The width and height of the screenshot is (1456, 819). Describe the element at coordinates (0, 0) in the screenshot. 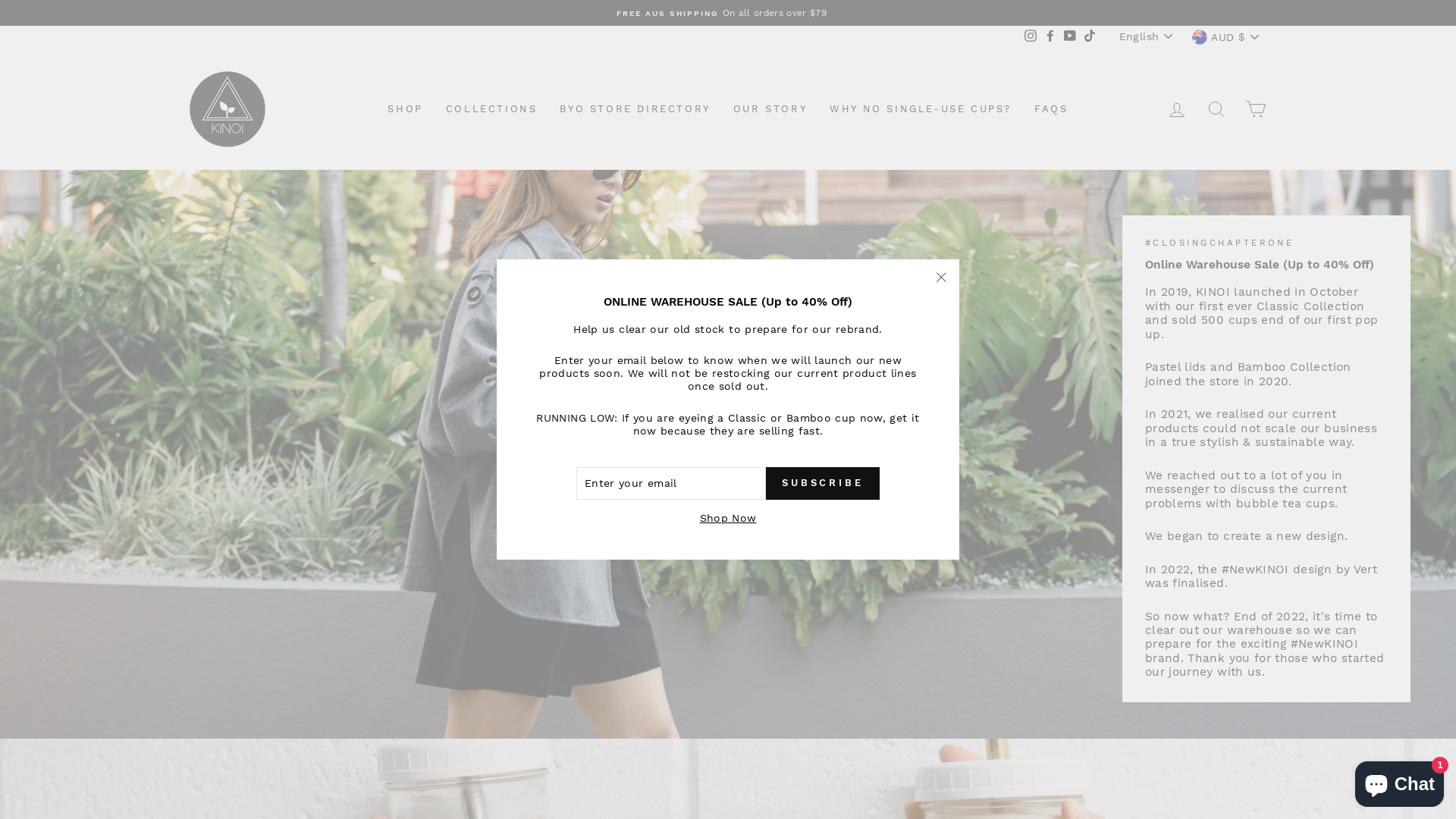

I see `'Skip to content'` at that location.